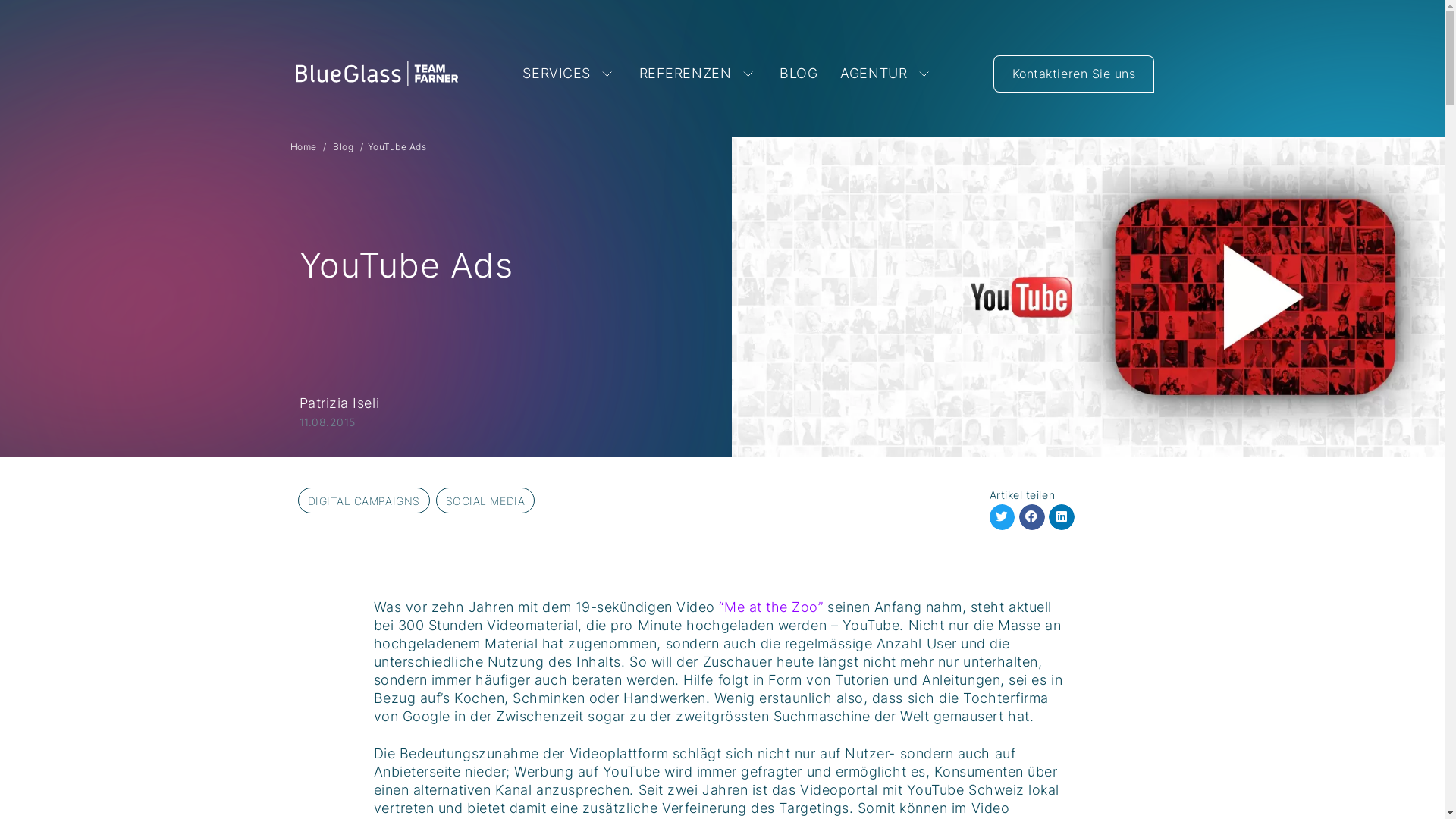 The height and width of the screenshot is (819, 1456). What do you see at coordinates (886, 73) in the screenshot?
I see `'AGENTUR'` at bounding box center [886, 73].